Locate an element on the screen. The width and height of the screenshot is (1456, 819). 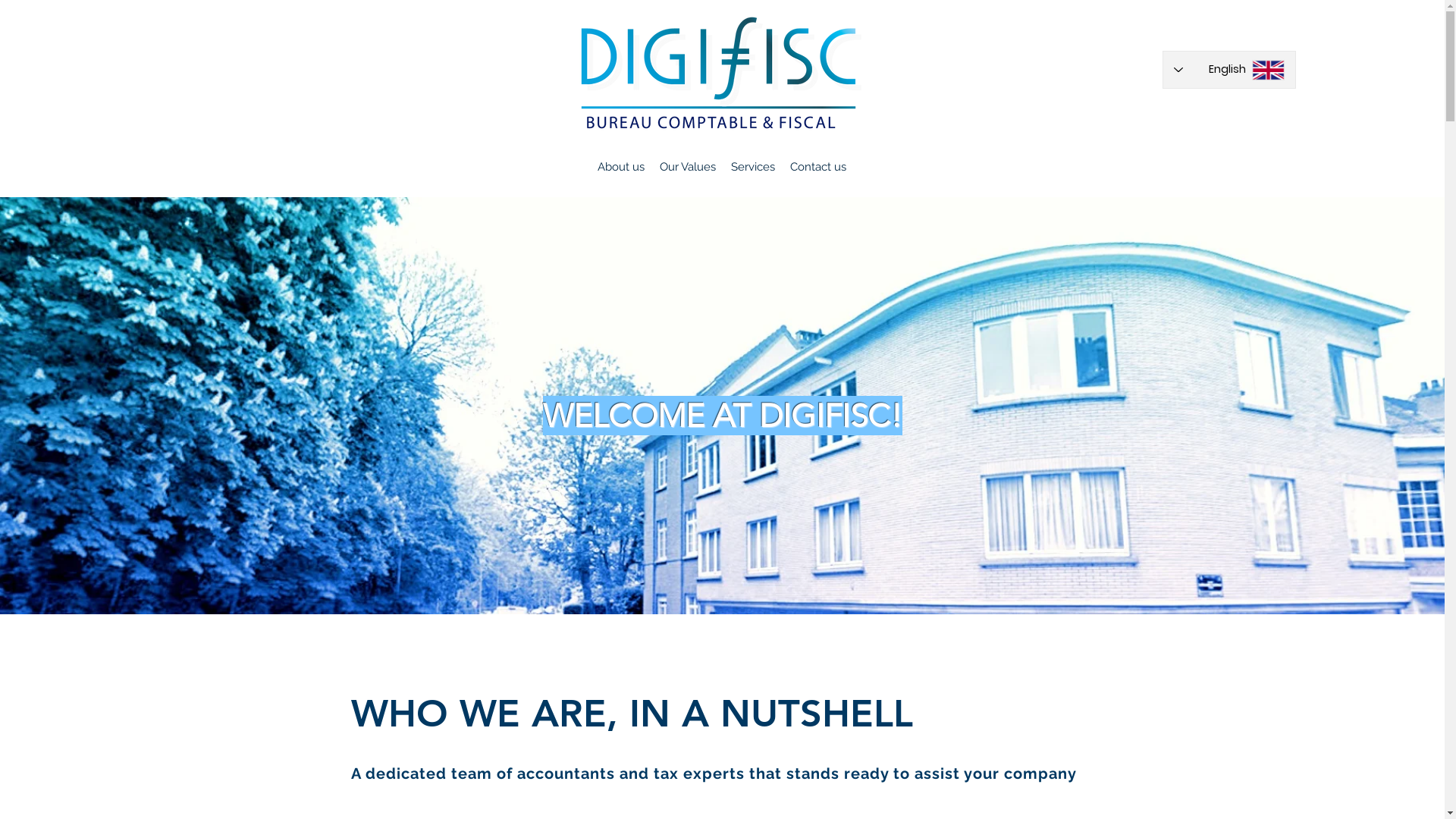
'Contact us' is located at coordinates (817, 166).